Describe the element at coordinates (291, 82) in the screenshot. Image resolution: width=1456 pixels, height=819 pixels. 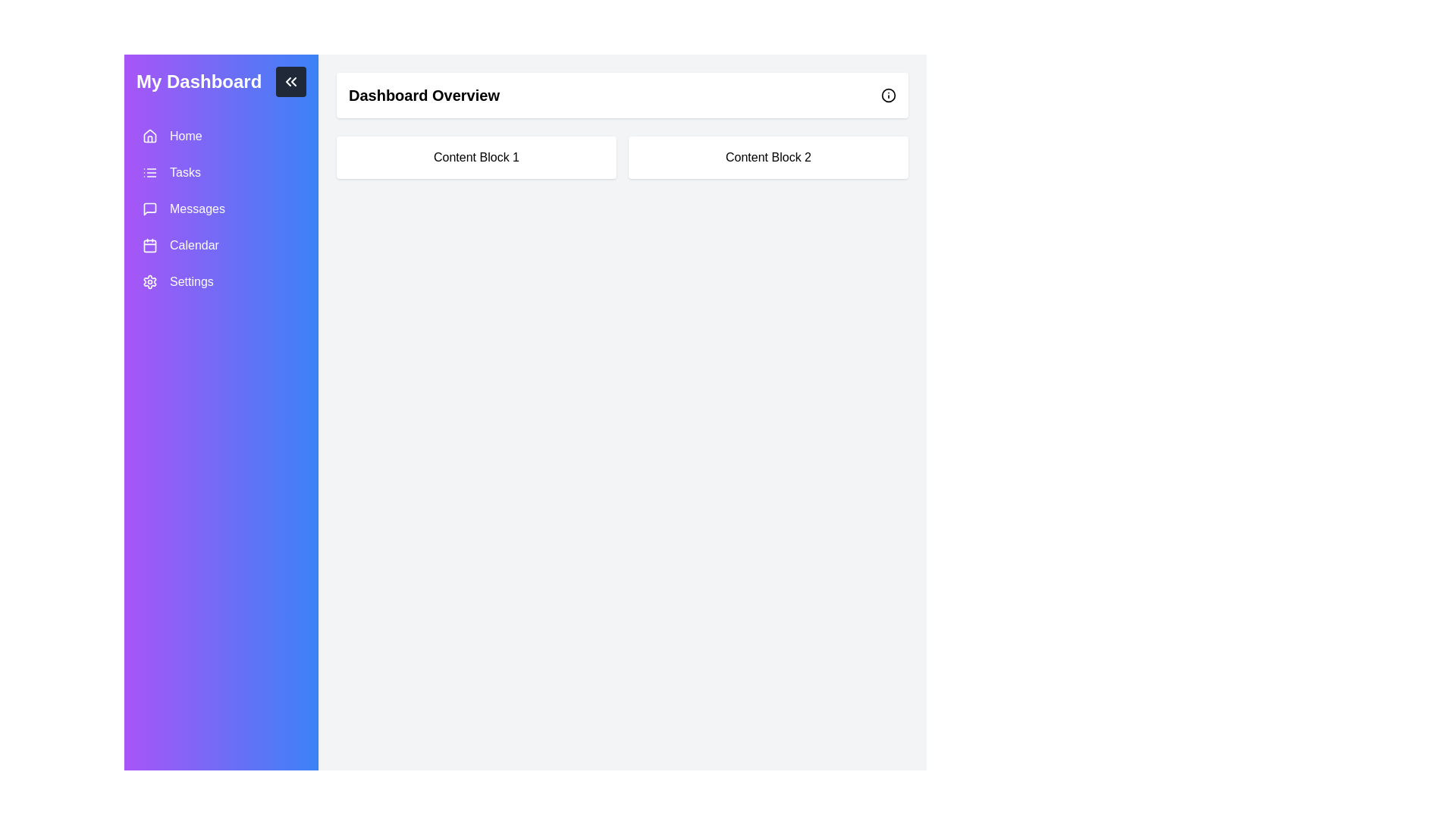
I see `the button located in the top-right area of the sidebar, which is intended` at that location.